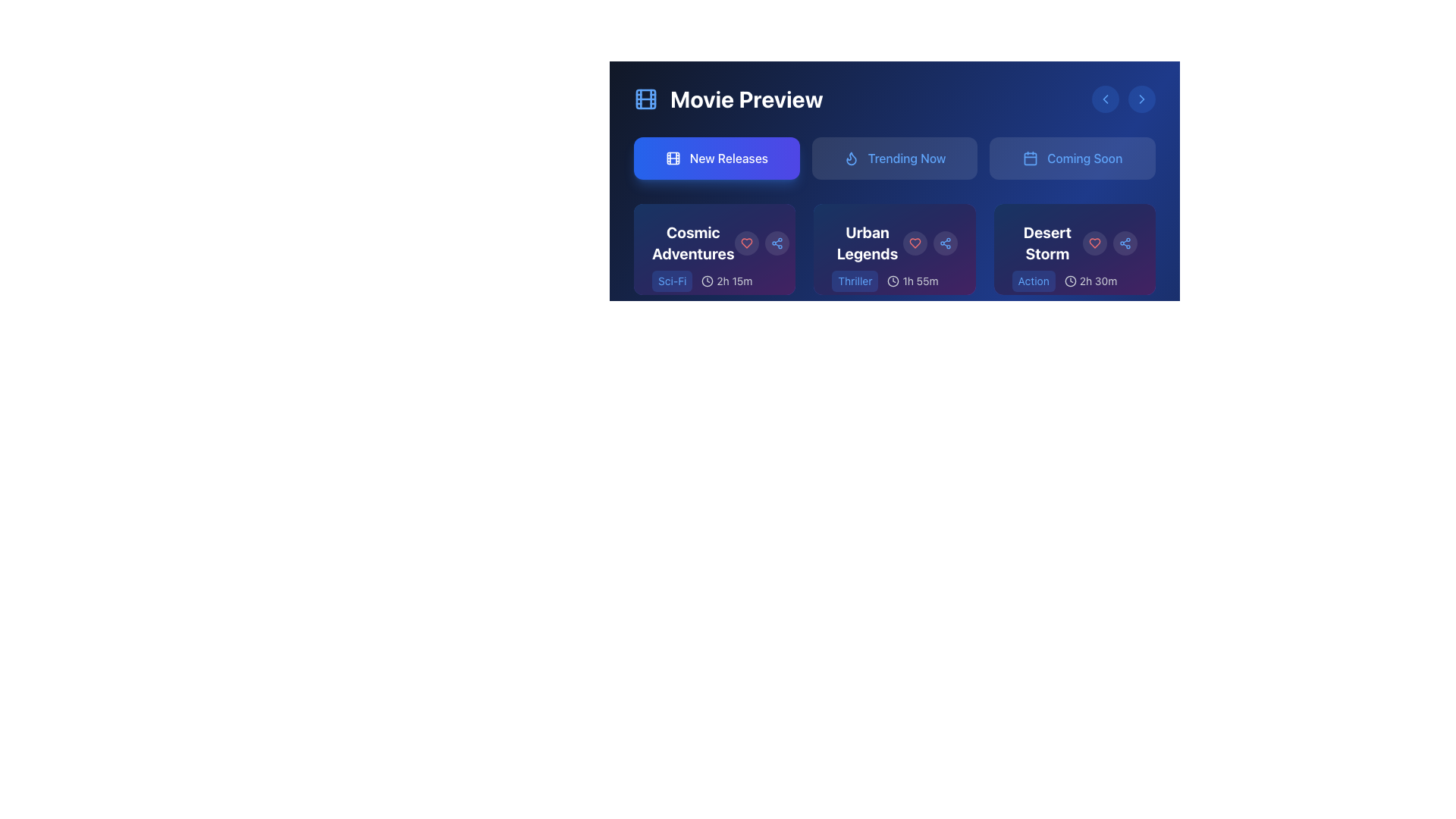 This screenshot has height=819, width=1456. Describe the element at coordinates (714, 275) in the screenshot. I see `the icons or labels within the movie information card for 'Cosmic Adventures', which includes the title, genre, duration, and rating, located at the top left of the movie preview grid` at that location.